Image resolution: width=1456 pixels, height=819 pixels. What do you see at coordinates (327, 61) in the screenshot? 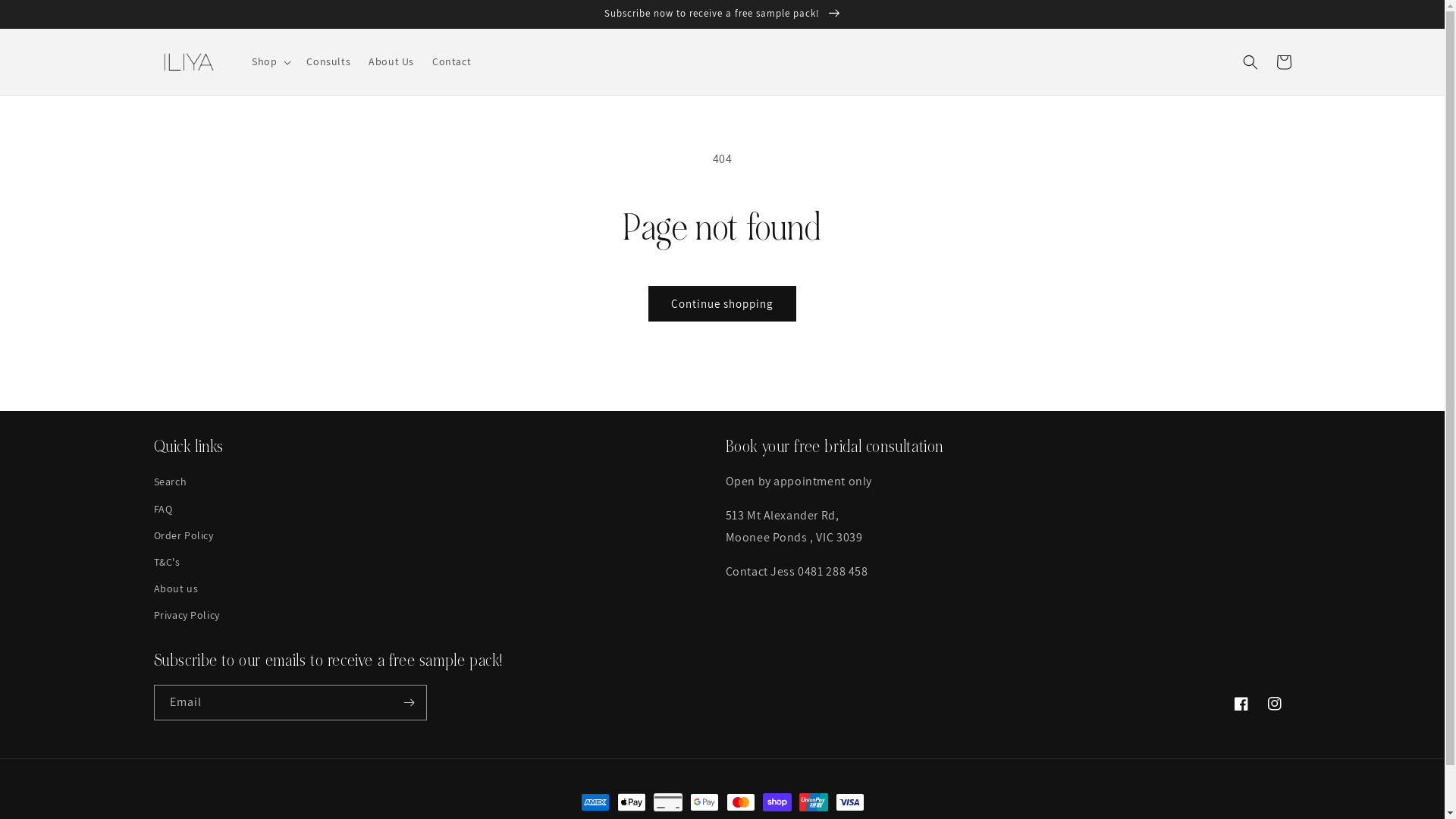
I see `'Consults'` at bounding box center [327, 61].